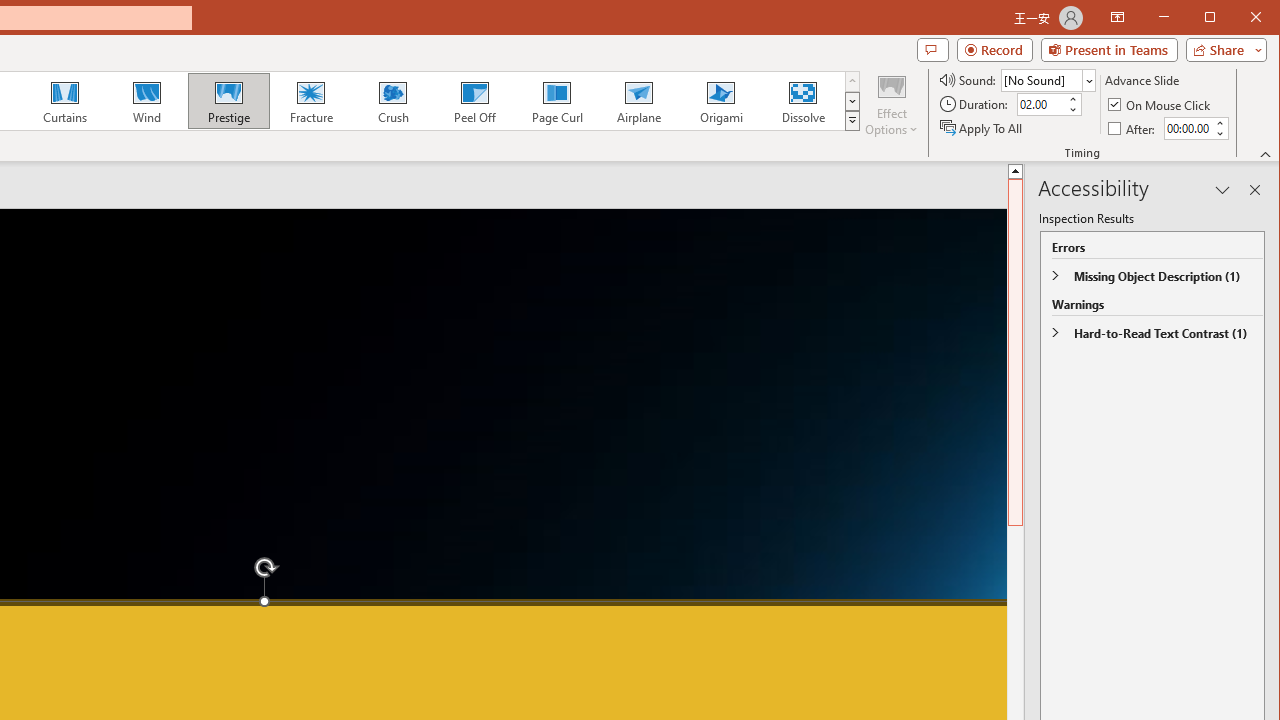  I want to click on 'Sound', so click(1047, 79).